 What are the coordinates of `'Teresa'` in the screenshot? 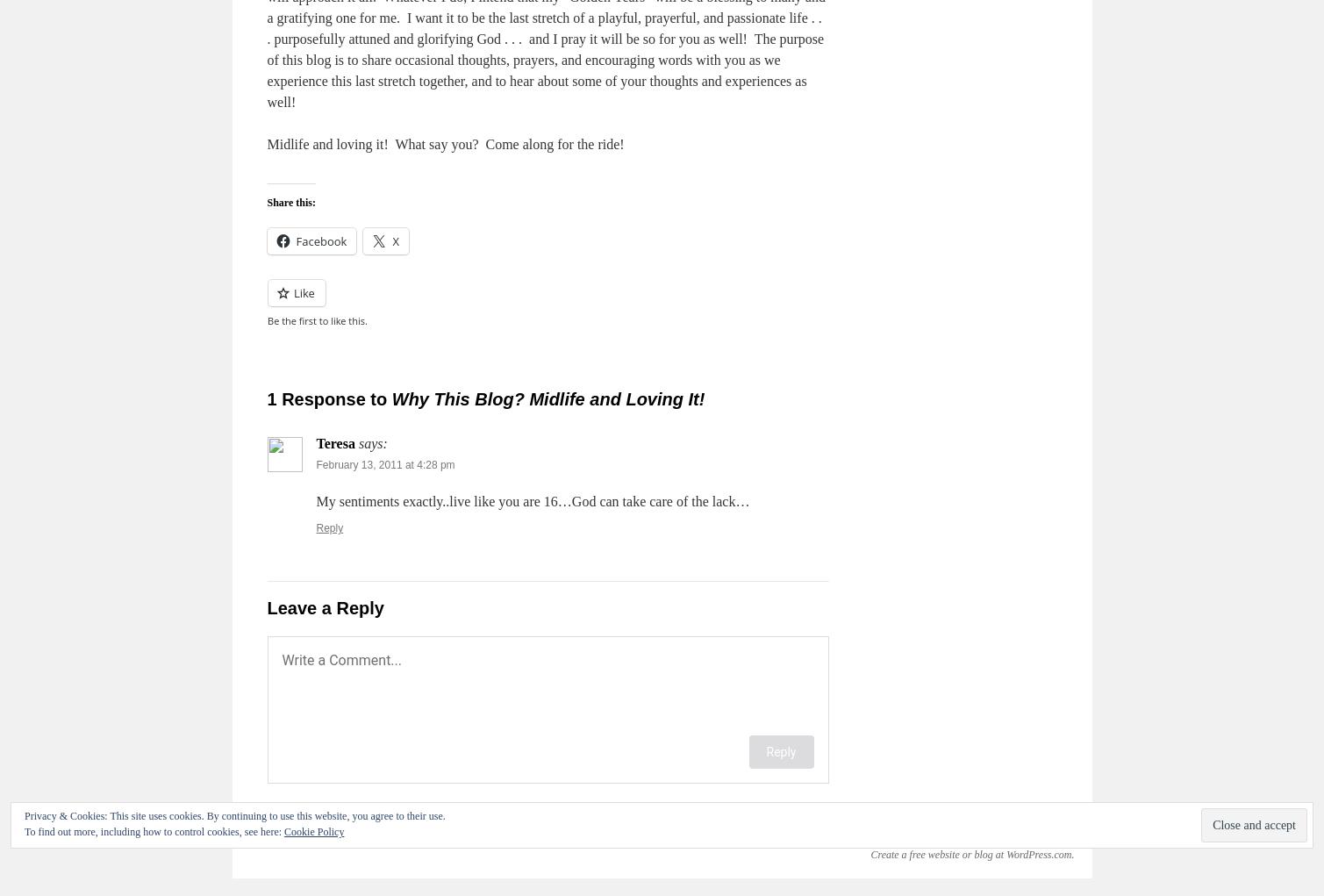 It's located at (333, 442).